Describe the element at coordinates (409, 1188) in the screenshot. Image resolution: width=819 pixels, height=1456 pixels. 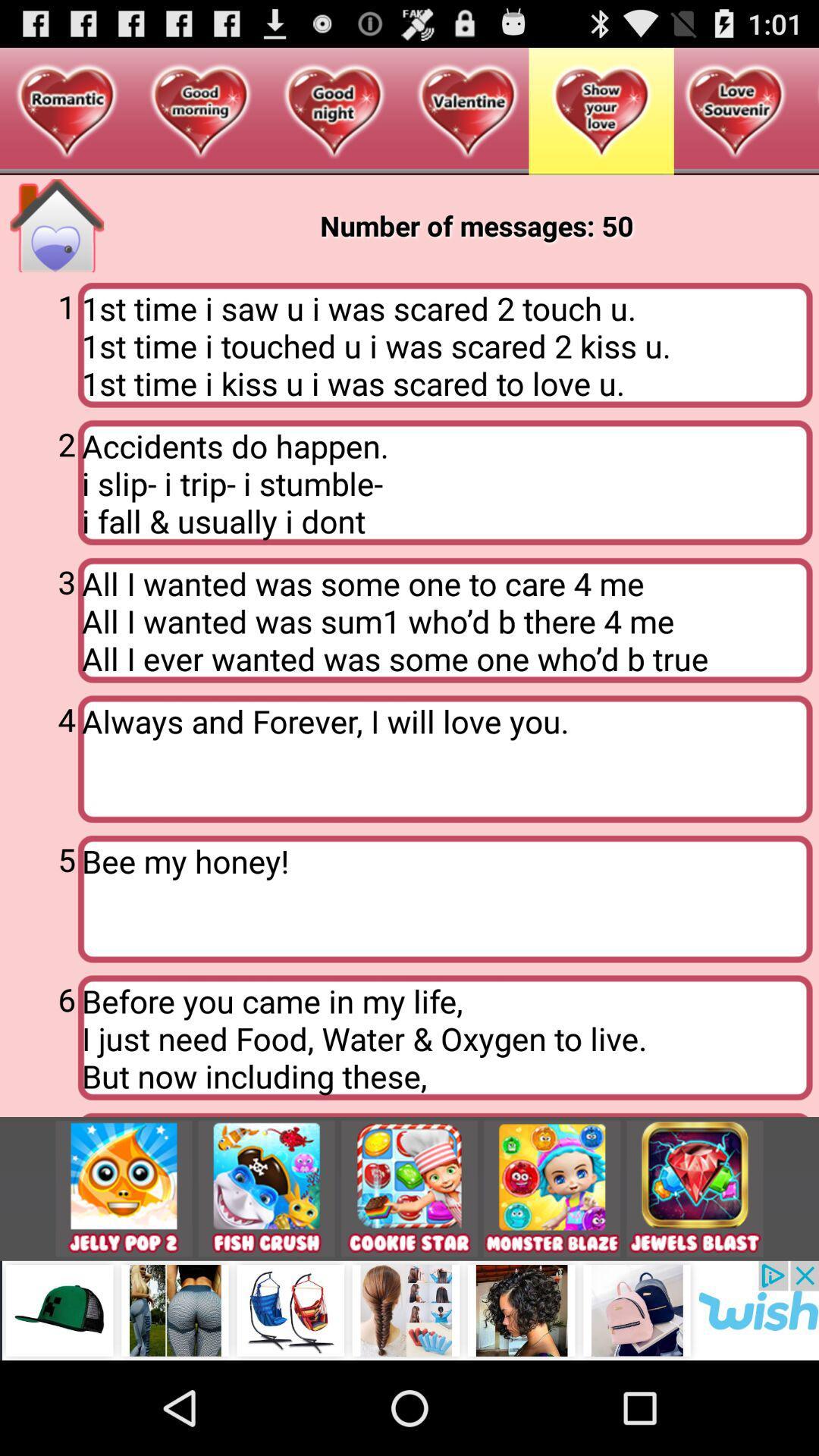
I see `cookie star game` at that location.